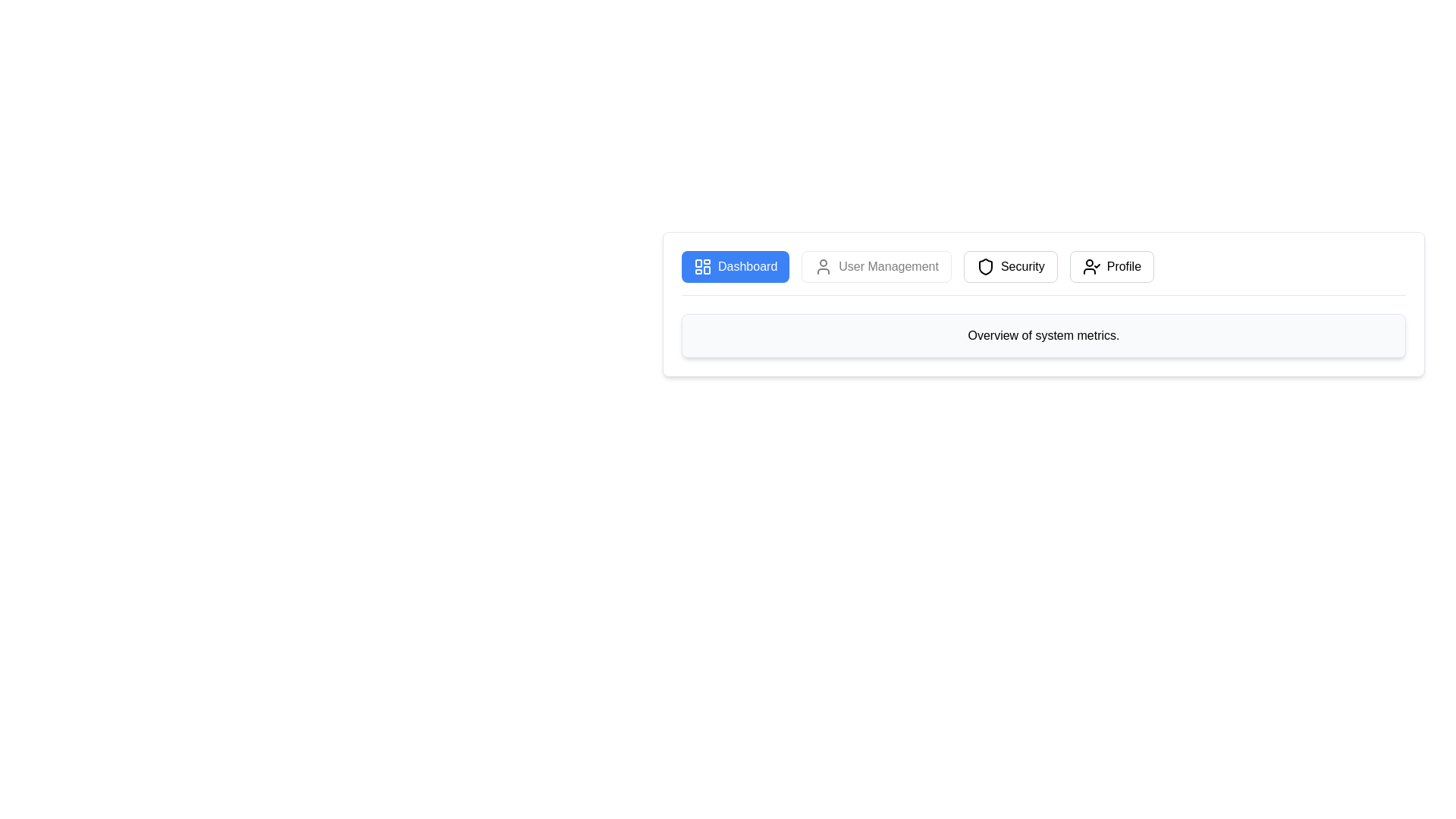 The image size is (1456, 819). What do you see at coordinates (1112, 265) in the screenshot?
I see `the 'Profile' button, which is a rectangular button with rounded corners containing a user icon and the text 'Profile'. It is the last button in a group of navigation options, located immediately to the right of the 'Security' button` at bounding box center [1112, 265].